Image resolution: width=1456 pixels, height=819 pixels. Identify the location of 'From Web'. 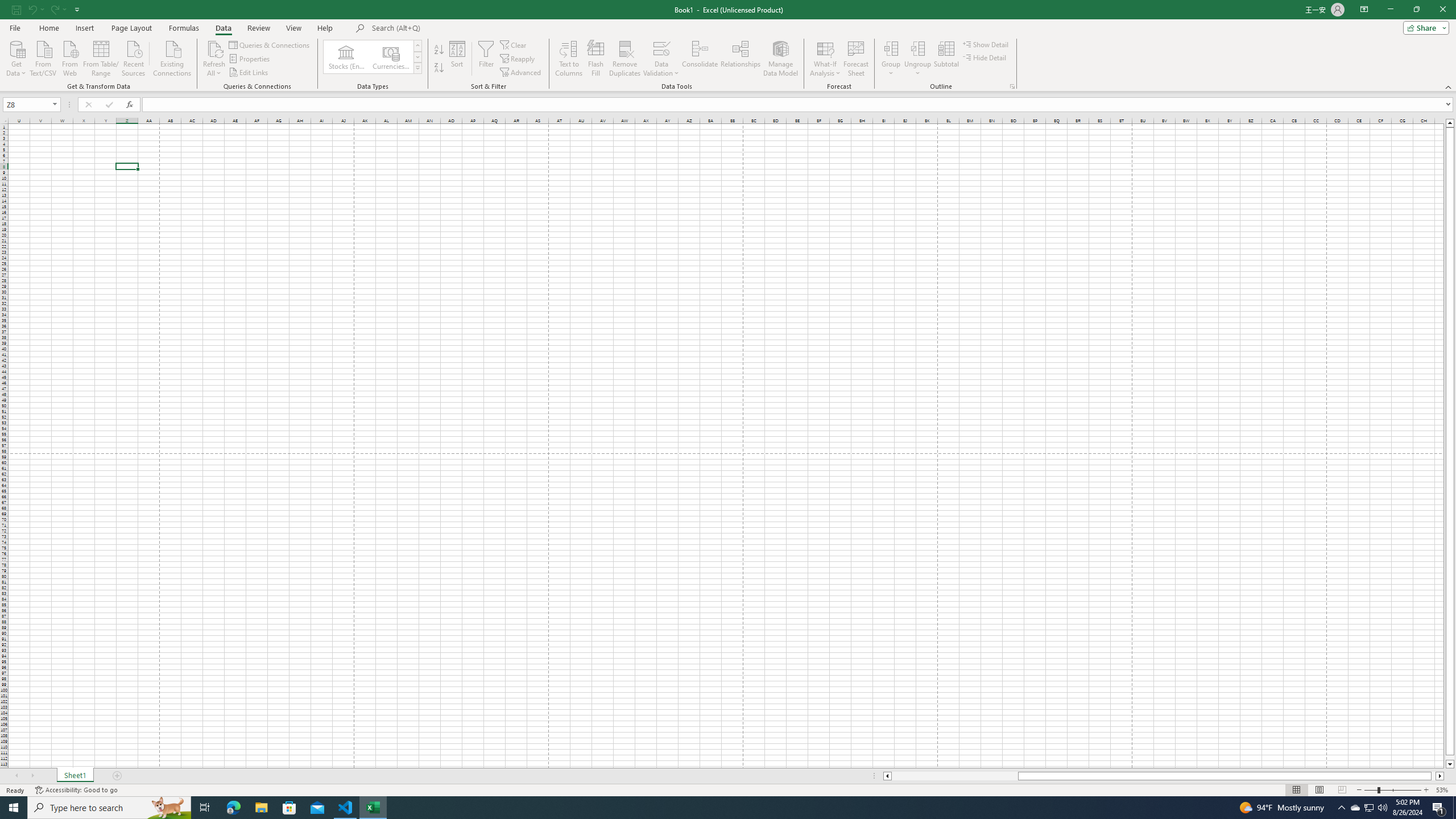
(69, 57).